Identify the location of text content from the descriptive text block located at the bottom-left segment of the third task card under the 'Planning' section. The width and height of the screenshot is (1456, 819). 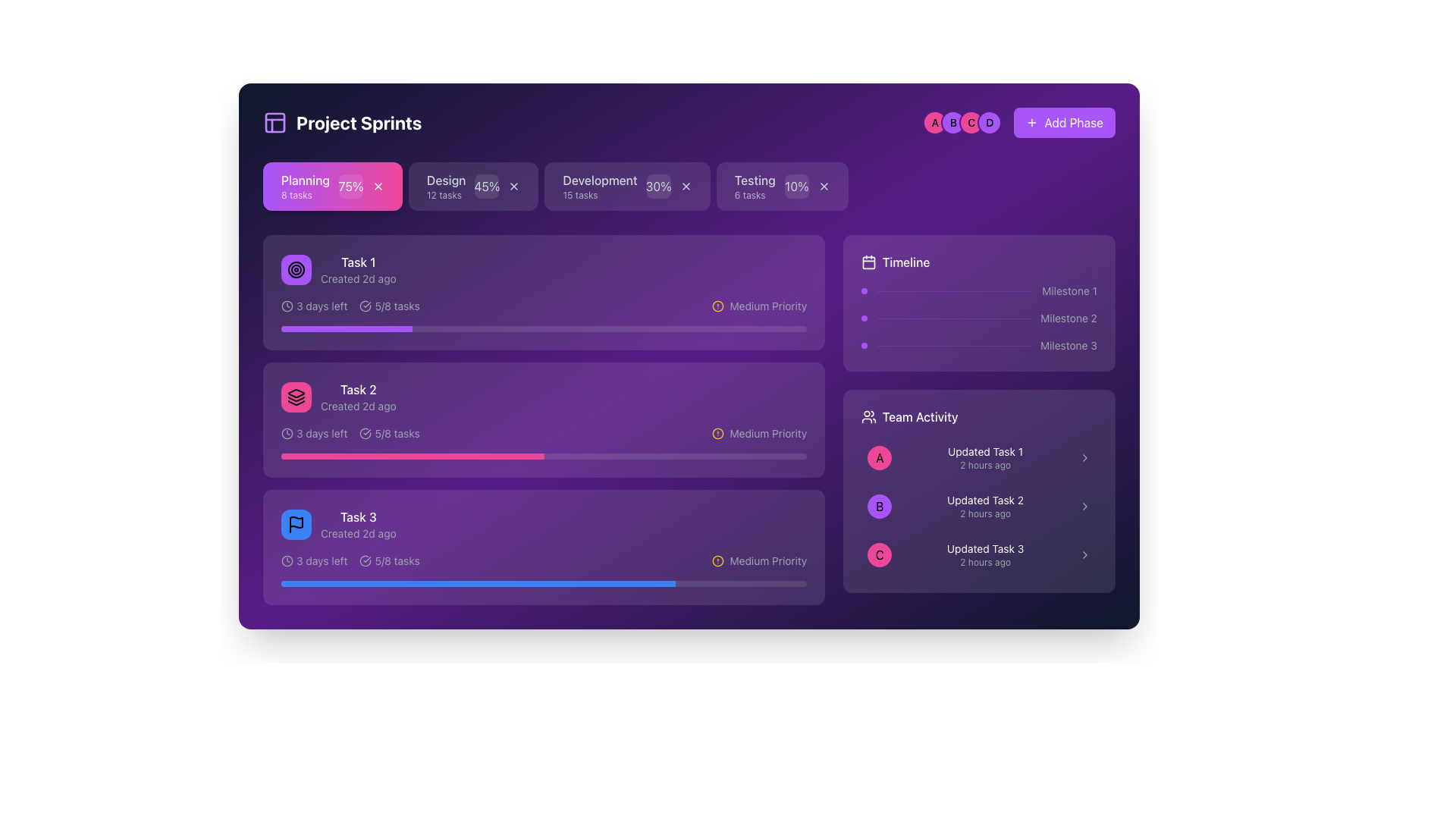
(357, 523).